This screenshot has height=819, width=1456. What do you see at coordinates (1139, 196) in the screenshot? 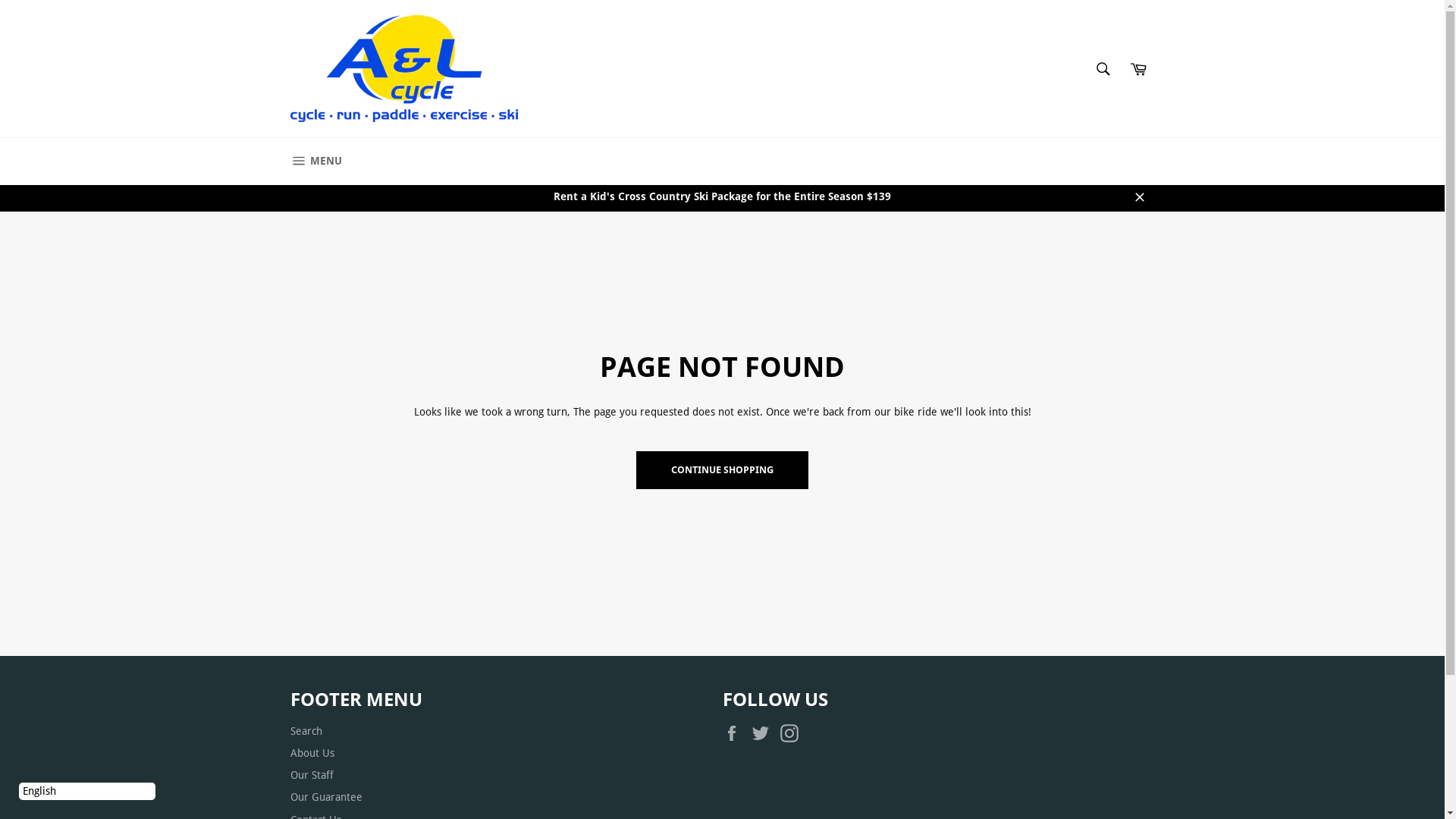
I see `'Close'` at bounding box center [1139, 196].